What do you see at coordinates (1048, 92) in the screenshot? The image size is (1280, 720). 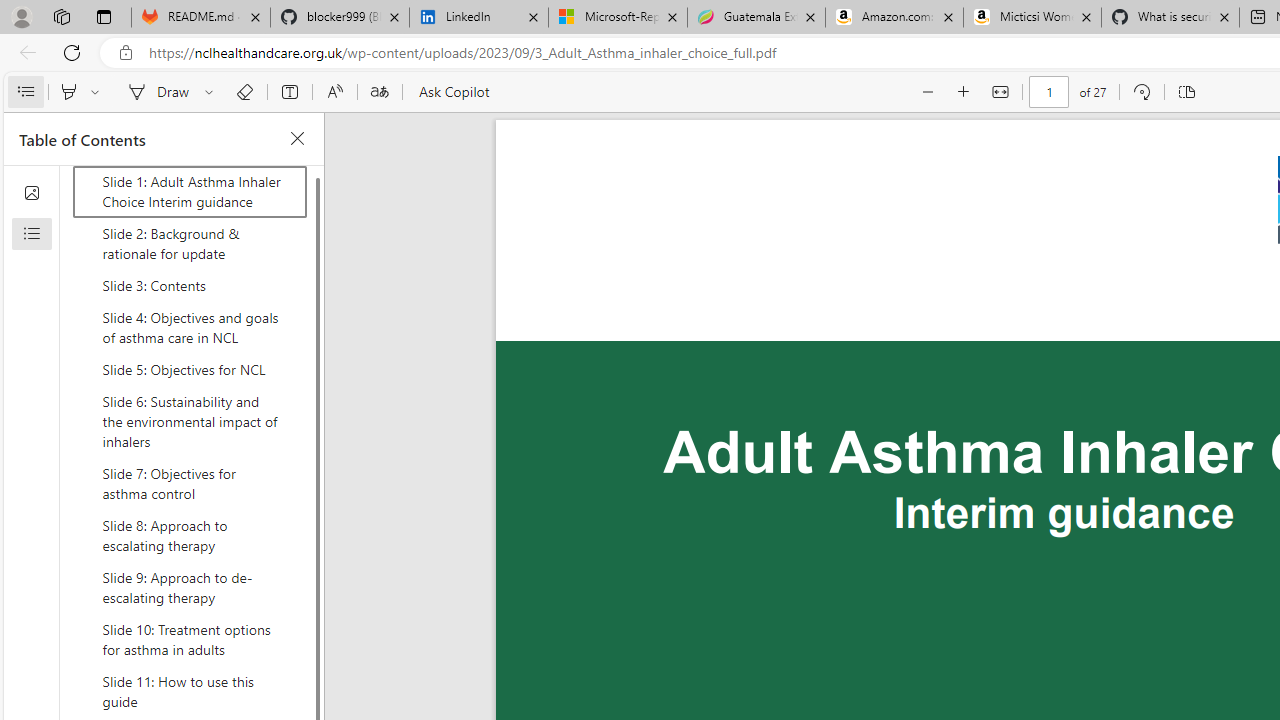 I see `'Page number'` at bounding box center [1048, 92].